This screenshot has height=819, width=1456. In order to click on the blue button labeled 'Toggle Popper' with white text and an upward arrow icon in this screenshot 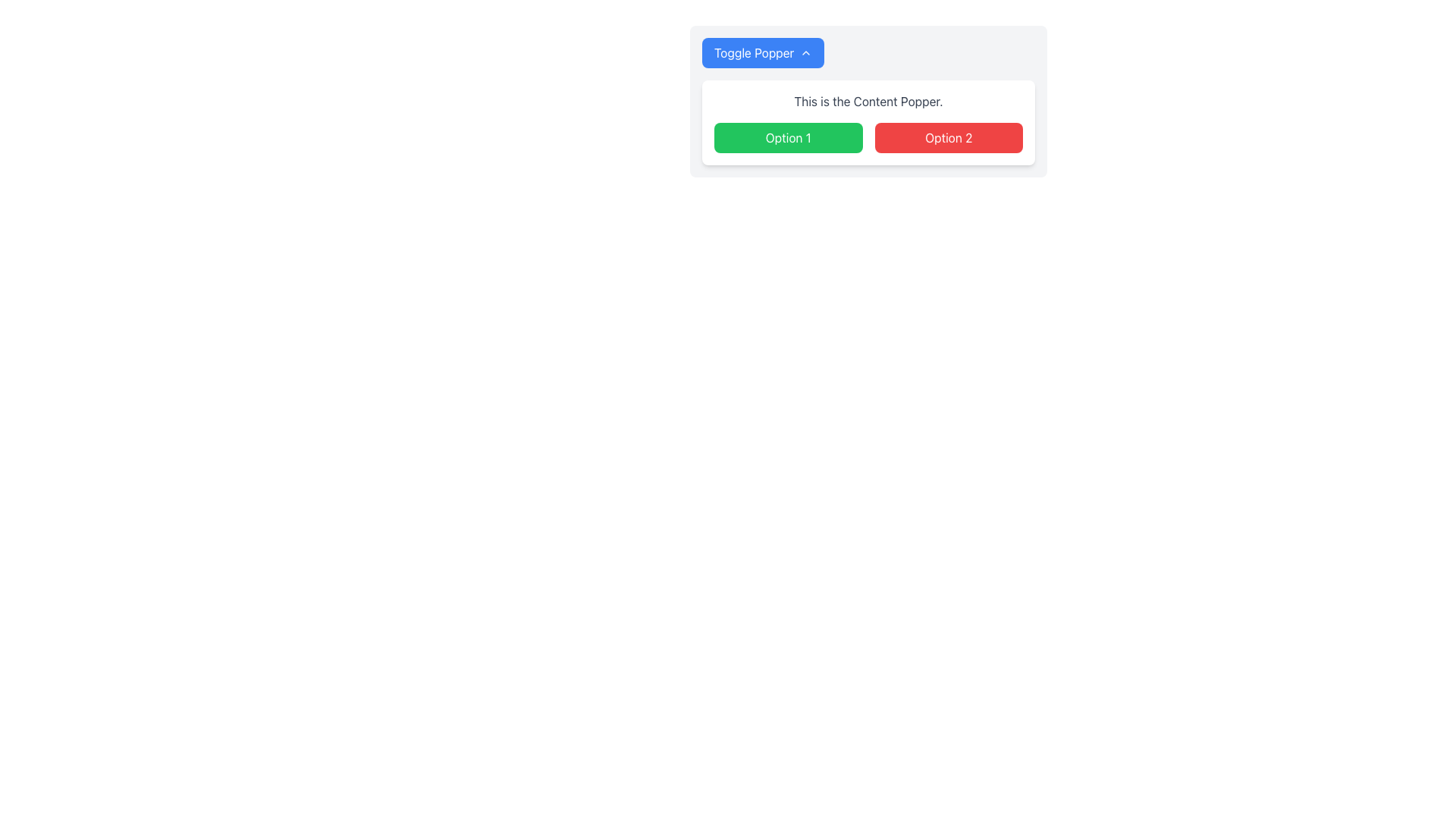, I will do `click(763, 52)`.